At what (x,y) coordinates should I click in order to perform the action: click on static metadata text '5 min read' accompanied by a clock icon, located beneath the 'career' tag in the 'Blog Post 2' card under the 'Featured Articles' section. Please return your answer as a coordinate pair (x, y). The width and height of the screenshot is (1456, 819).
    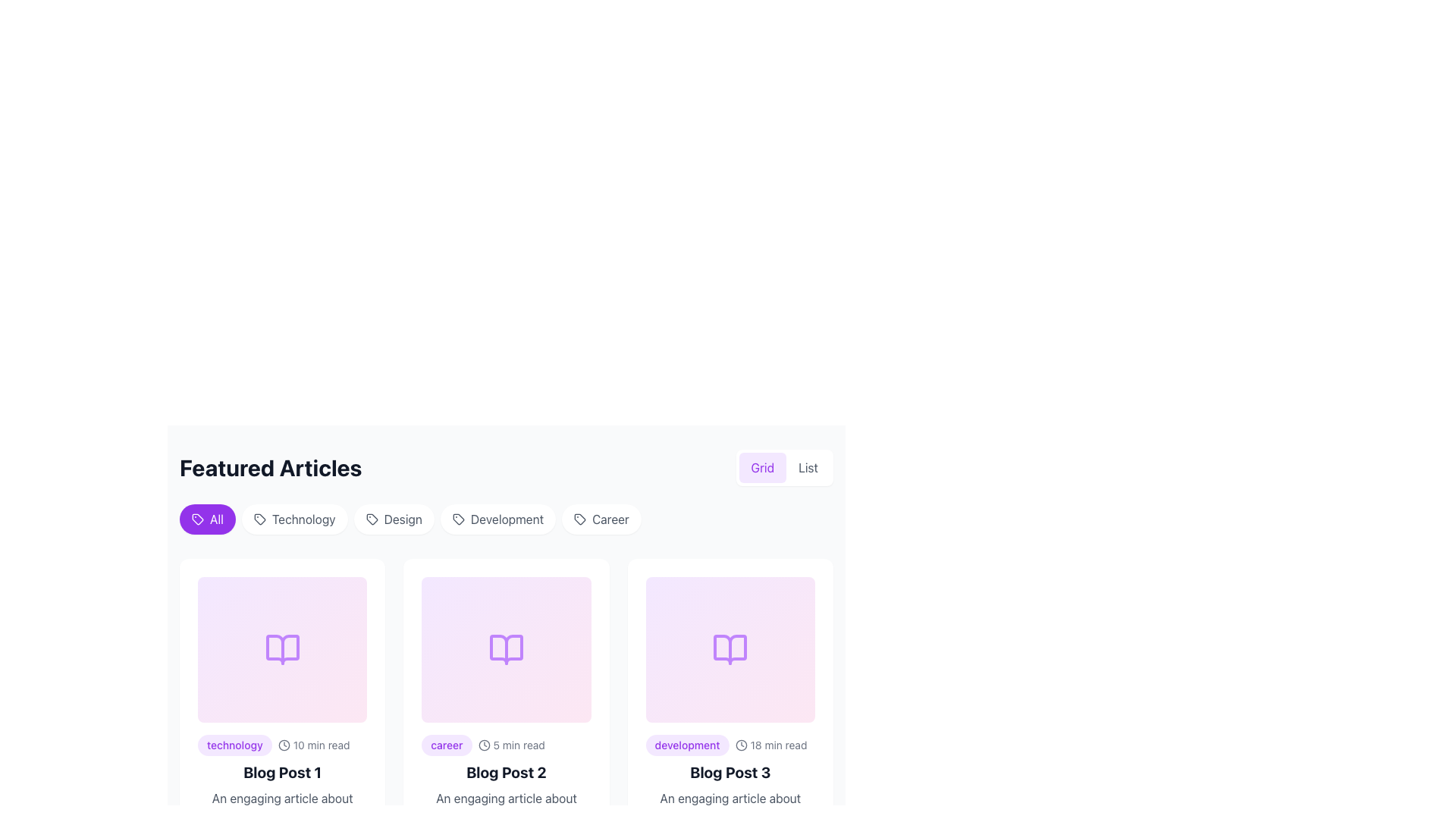
    Looking at the image, I should click on (511, 745).